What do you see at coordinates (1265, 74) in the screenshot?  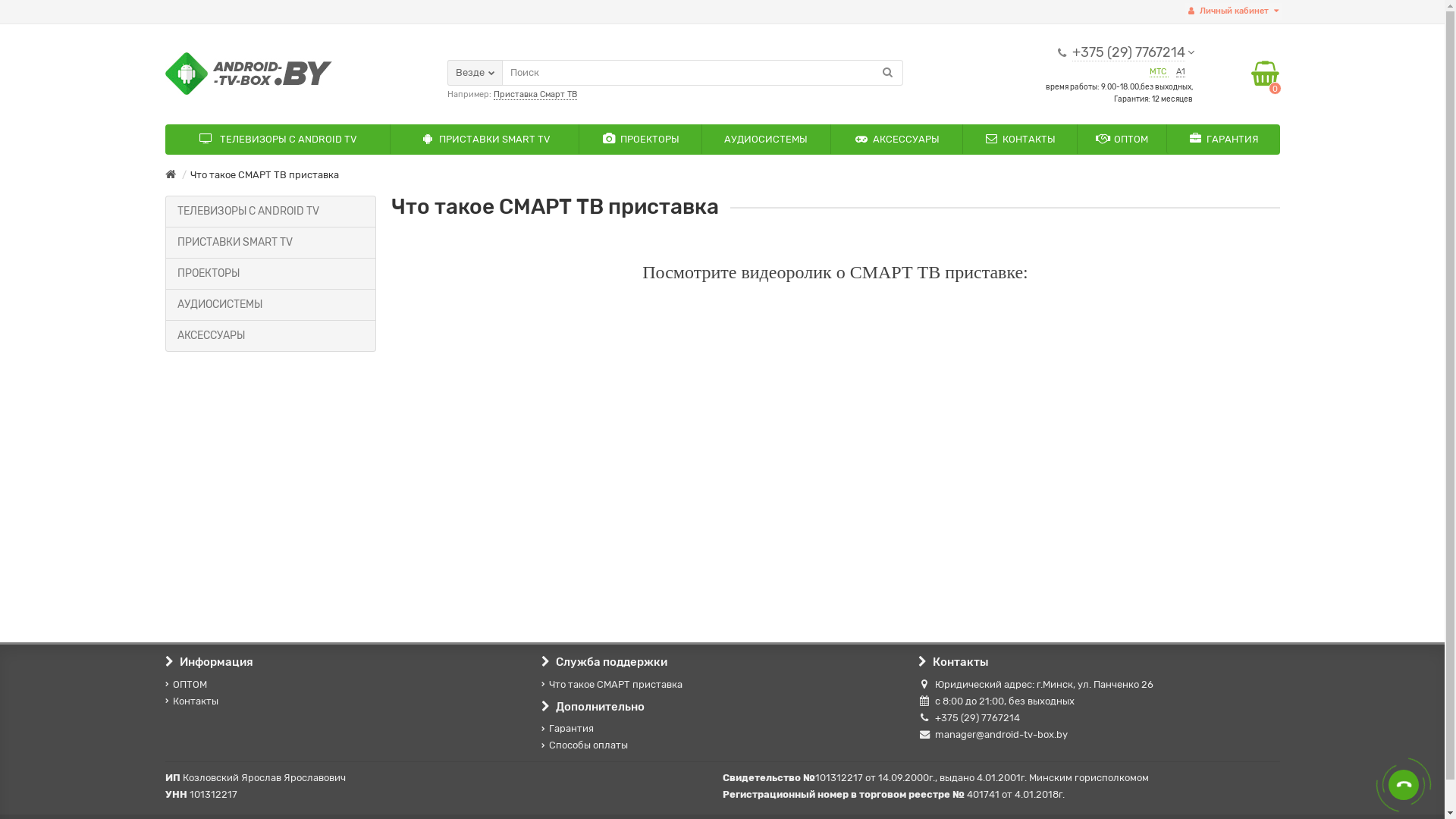 I see `'0'` at bounding box center [1265, 74].